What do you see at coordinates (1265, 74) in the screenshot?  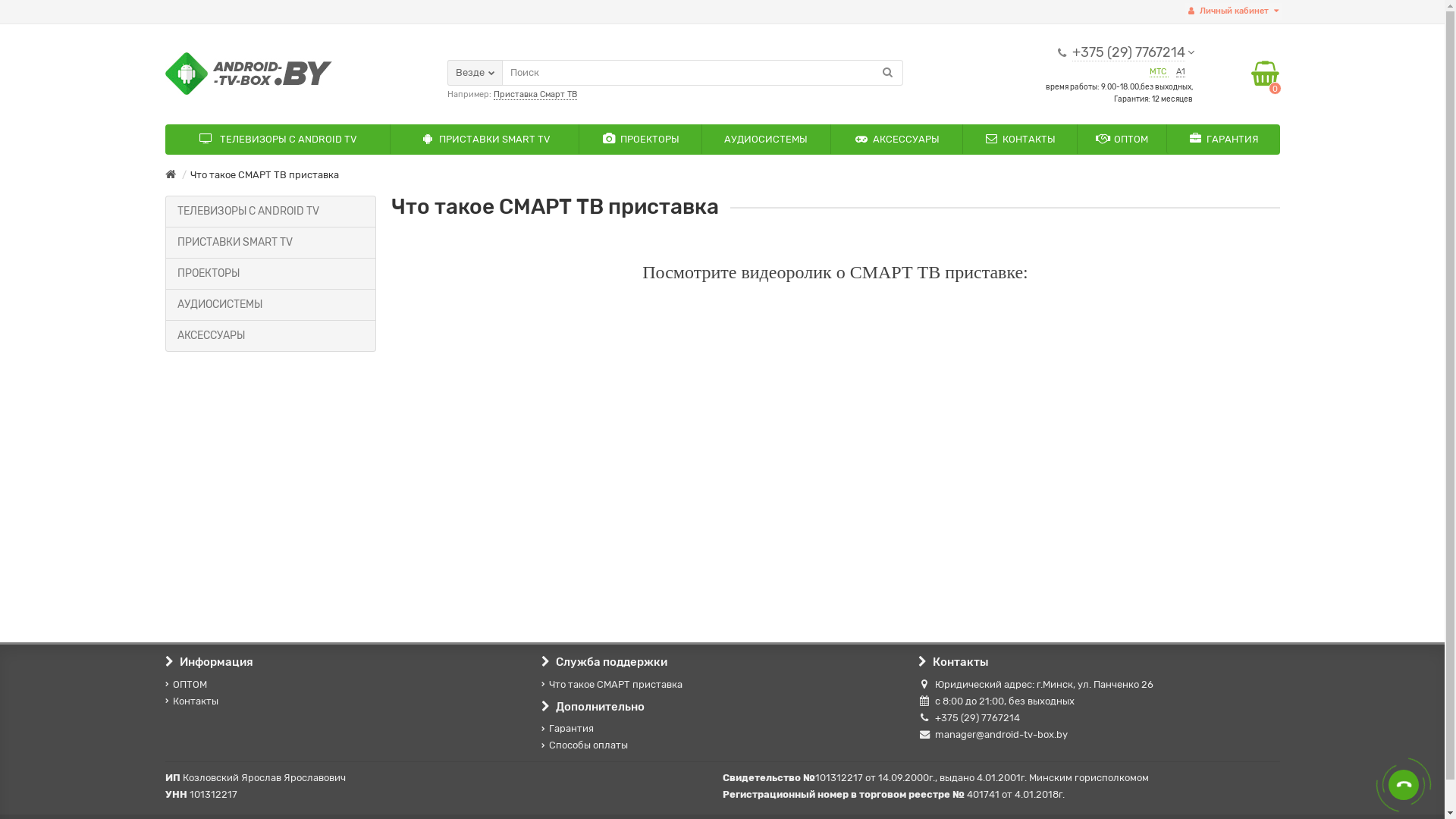 I see `'0'` at bounding box center [1265, 74].